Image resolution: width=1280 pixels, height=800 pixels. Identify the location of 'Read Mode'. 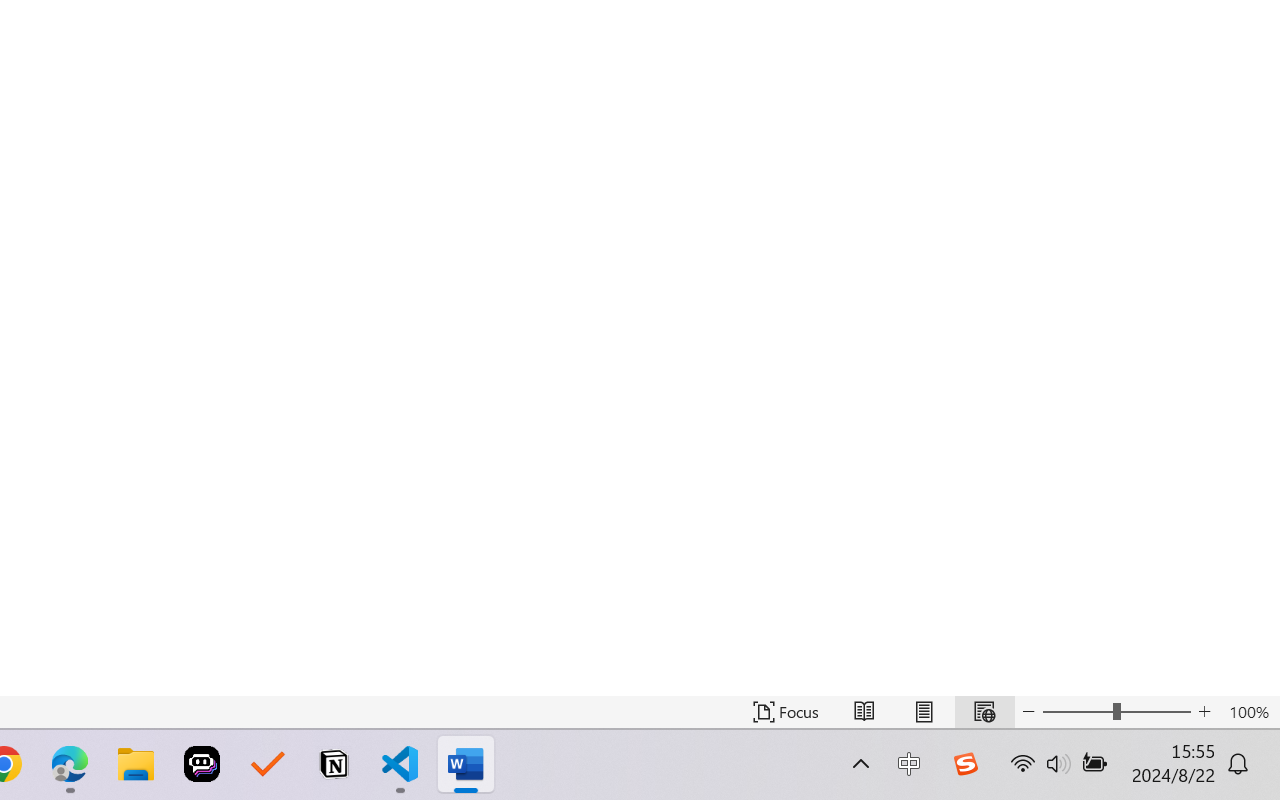
(864, 711).